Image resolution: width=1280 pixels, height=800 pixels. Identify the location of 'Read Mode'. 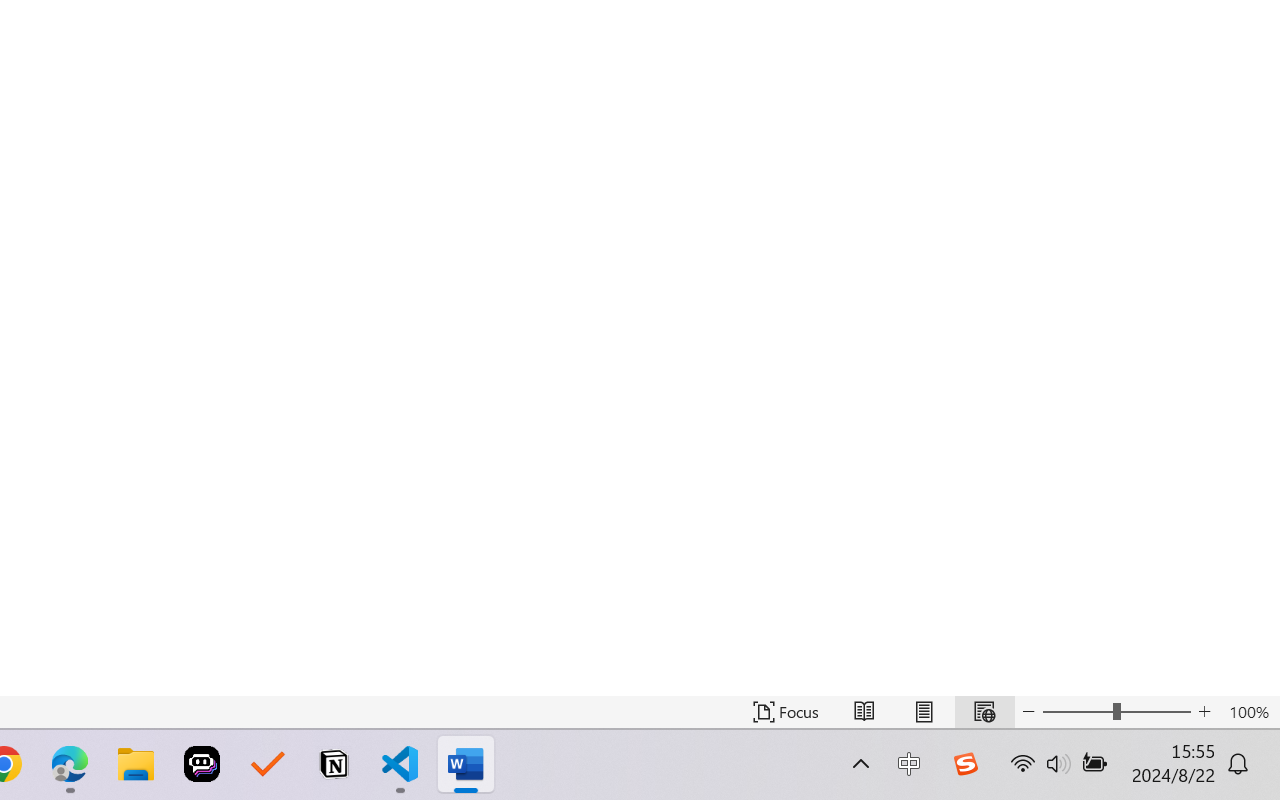
(864, 711).